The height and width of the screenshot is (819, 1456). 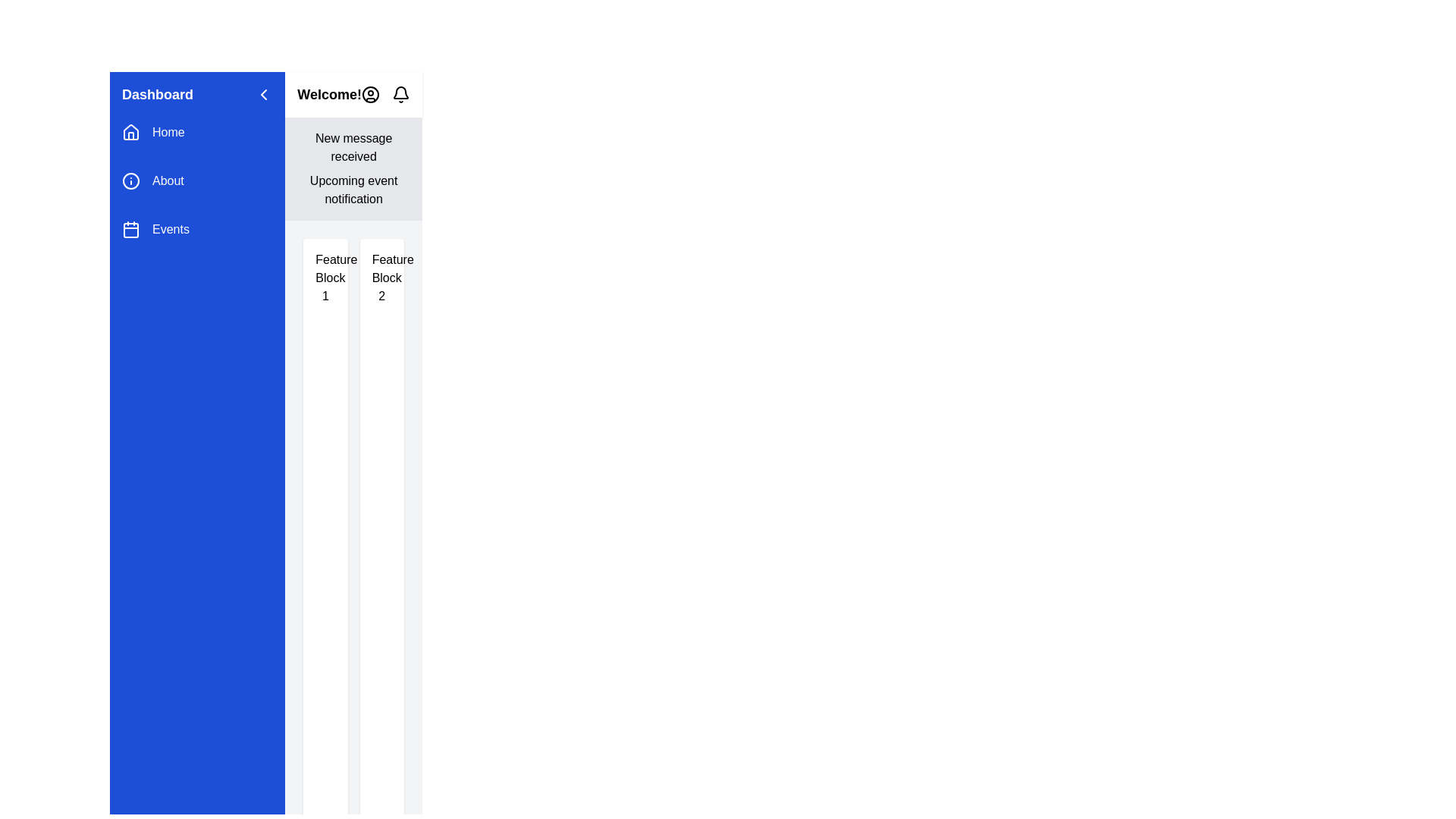 I want to click on the navigation icon button located at the far-right side of the blue header bar labeled 'Dashboard', so click(x=264, y=94).